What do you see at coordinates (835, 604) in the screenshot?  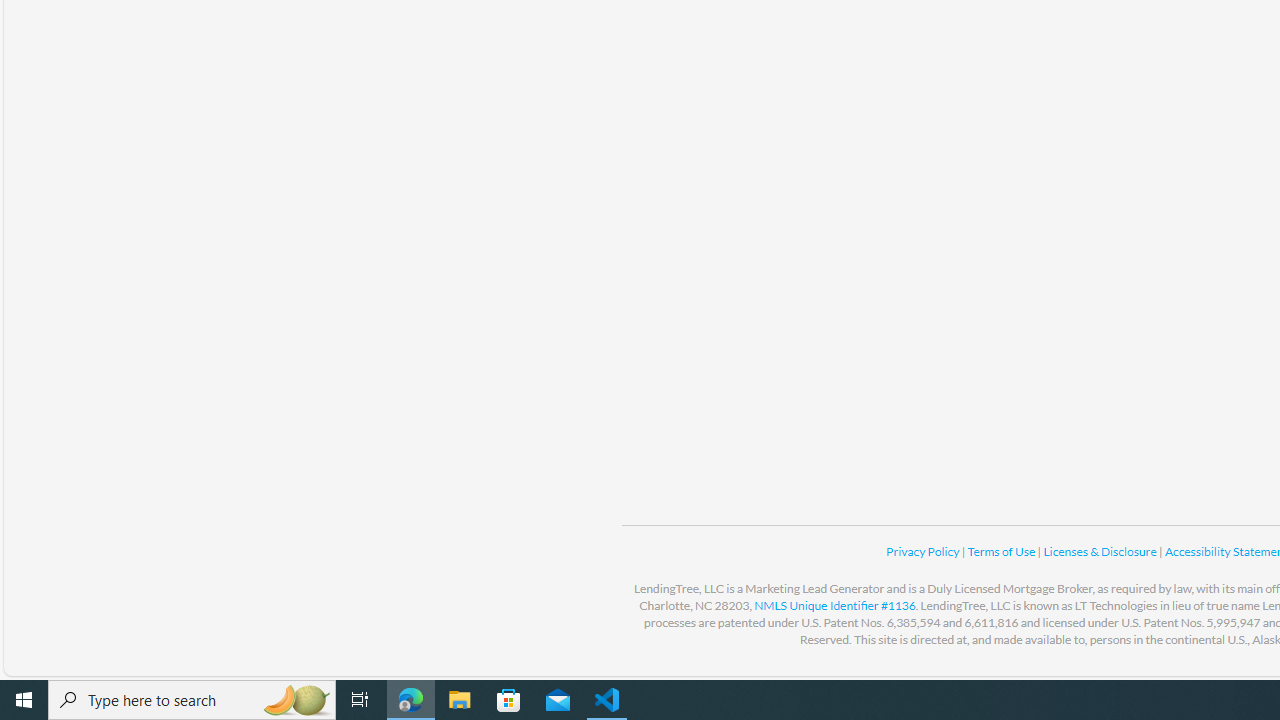 I see `'NMLS Unique Identifier #1136'` at bounding box center [835, 604].